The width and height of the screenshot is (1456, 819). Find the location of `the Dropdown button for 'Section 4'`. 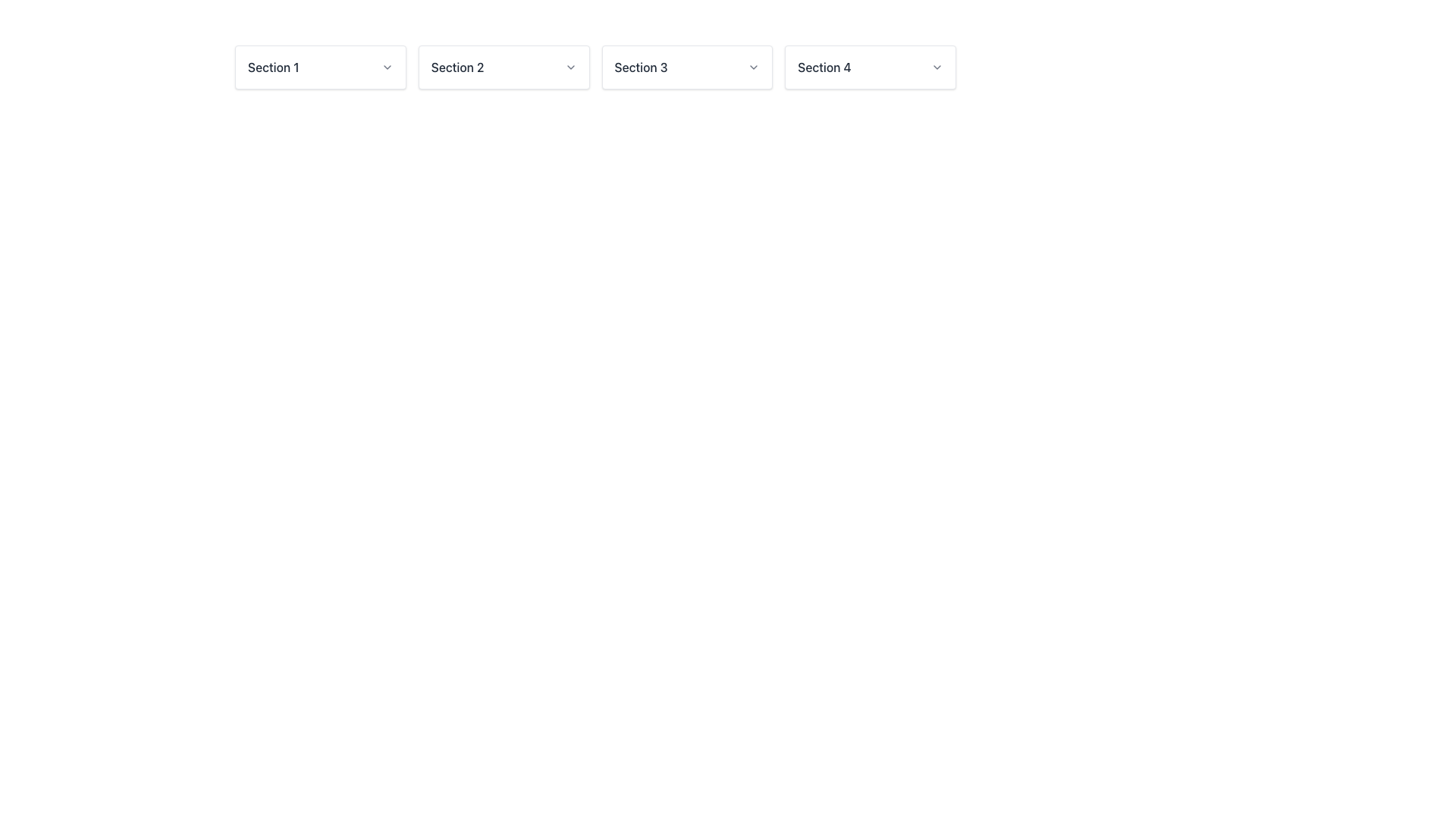

the Dropdown button for 'Section 4' is located at coordinates (871, 66).